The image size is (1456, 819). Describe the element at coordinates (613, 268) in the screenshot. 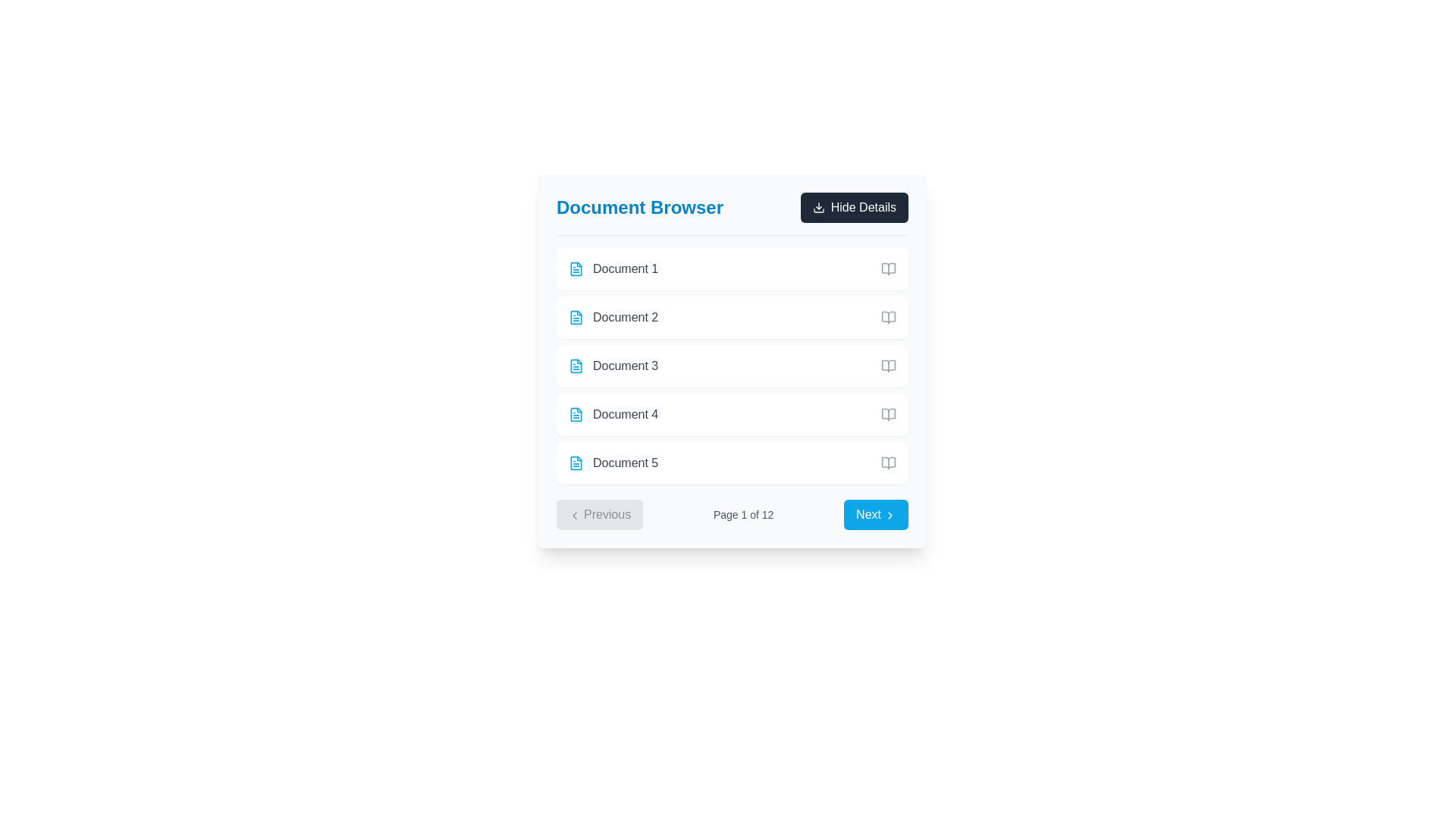

I see `on the first list item in the 'Document Browser' section, which features a small sky-blue file icon and the text 'Document 1' in gray font` at that location.